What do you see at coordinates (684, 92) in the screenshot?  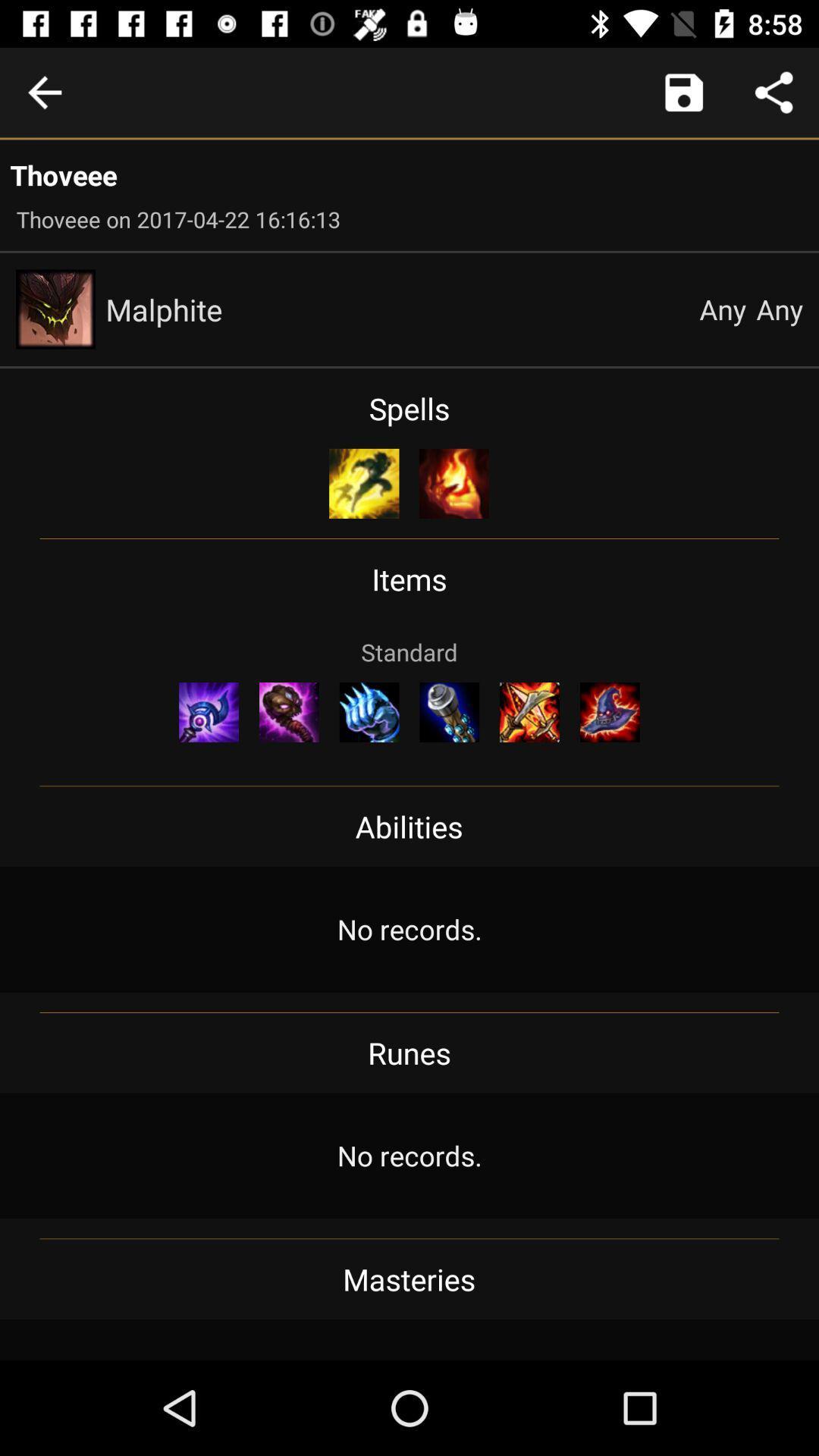 I see `save` at bounding box center [684, 92].